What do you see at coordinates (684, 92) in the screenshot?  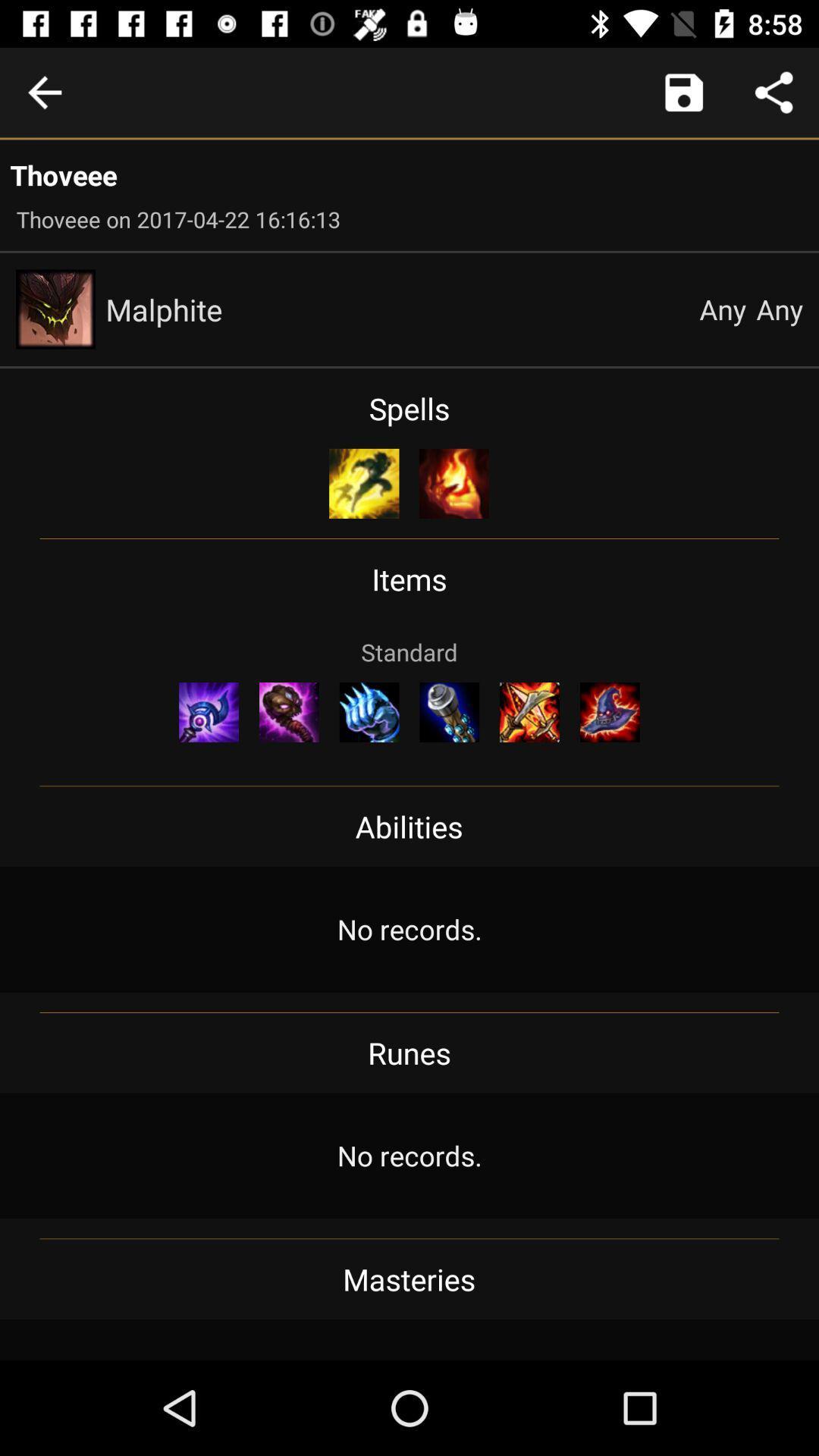 I see `save` at bounding box center [684, 92].